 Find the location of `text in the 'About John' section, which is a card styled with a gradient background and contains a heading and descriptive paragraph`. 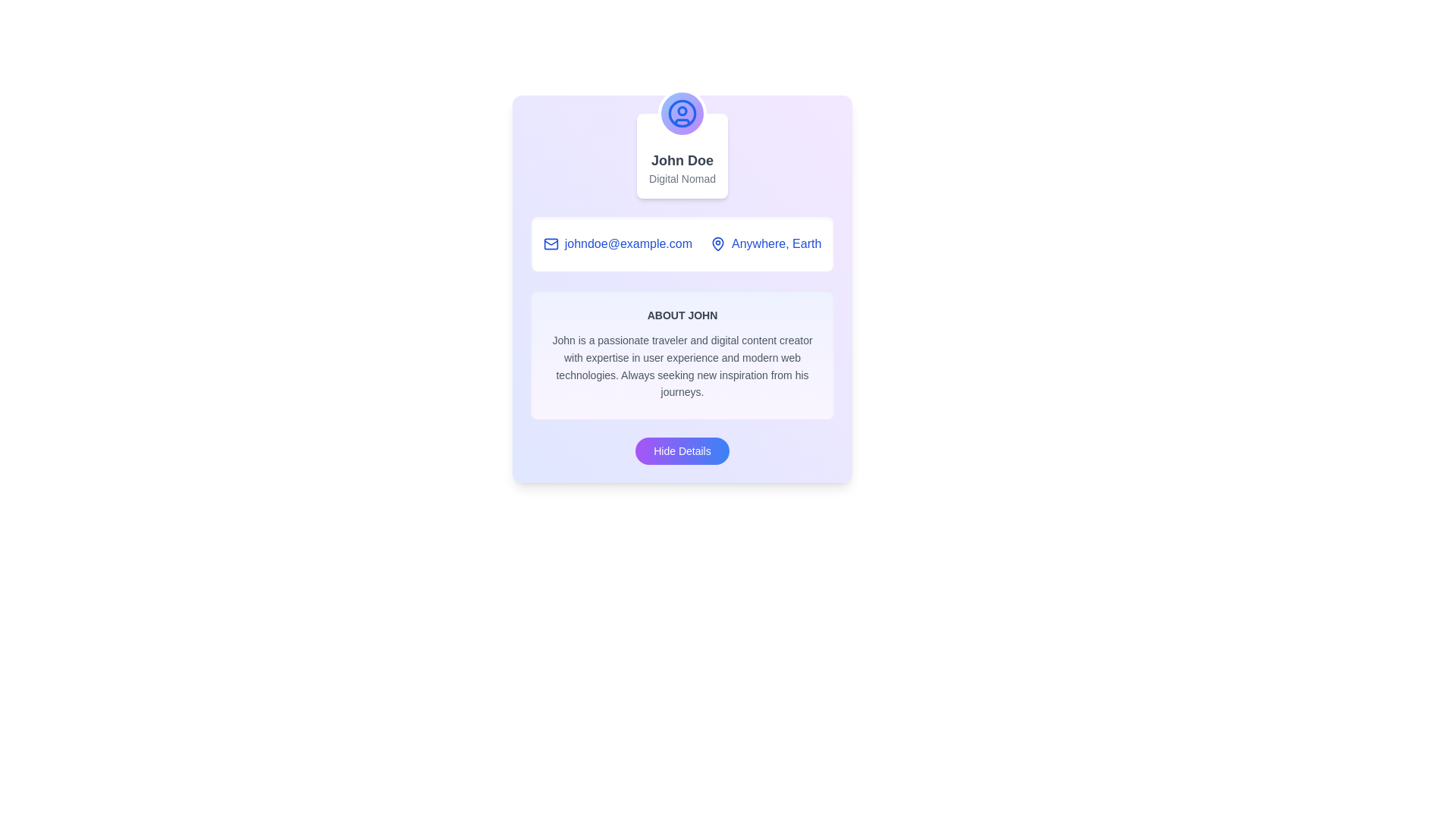

text in the 'About John' section, which is a card styled with a gradient background and contains a heading and descriptive paragraph is located at coordinates (682, 354).